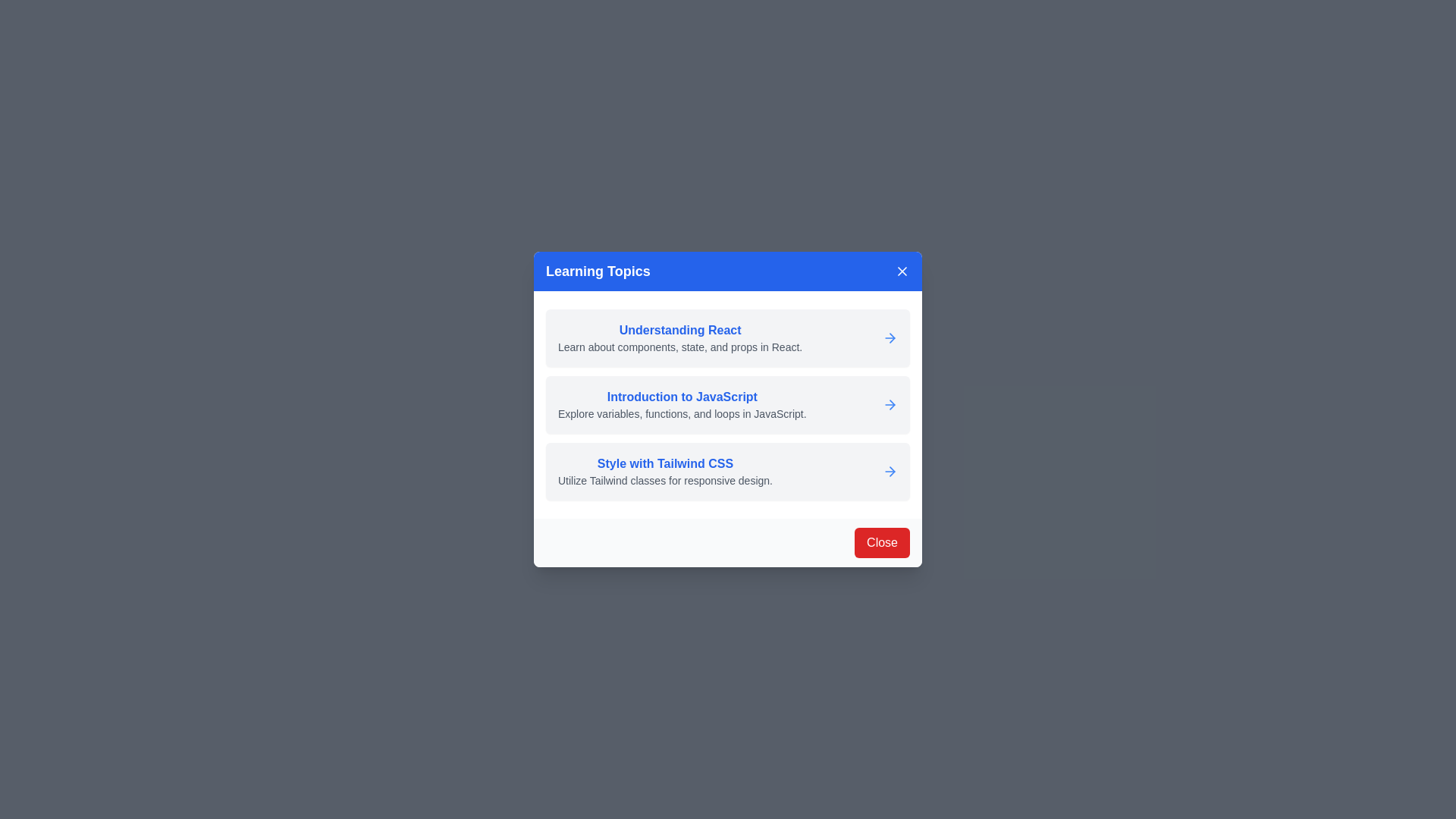 The height and width of the screenshot is (819, 1456). I want to click on the rightmost arrow icon/button in the 'Introduction to JavaScript' section, so click(890, 403).